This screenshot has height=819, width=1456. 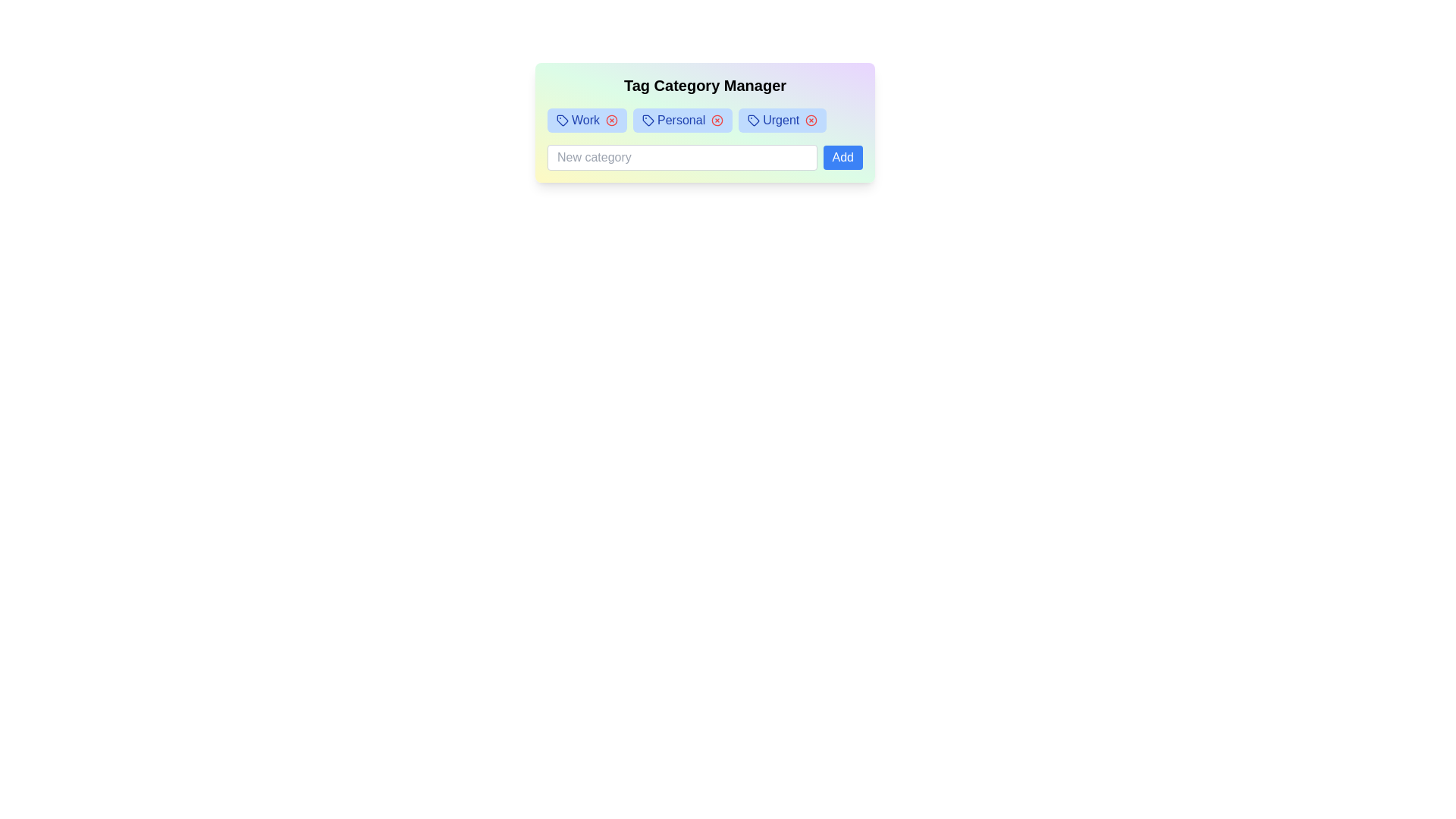 I want to click on the button labeled 'Personal', so click(x=648, y=119).